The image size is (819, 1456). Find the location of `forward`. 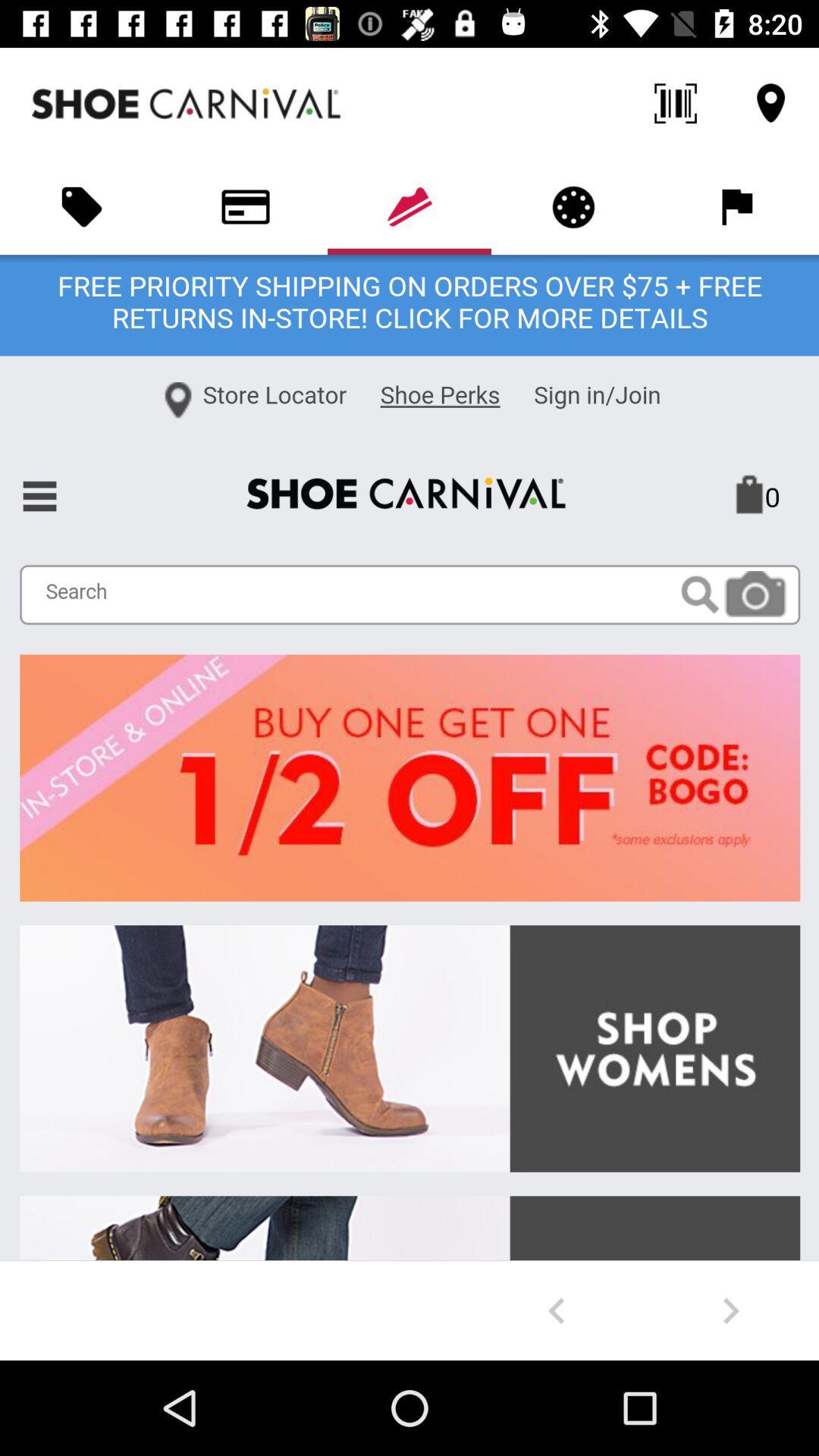

forward is located at coordinates (730, 1310).